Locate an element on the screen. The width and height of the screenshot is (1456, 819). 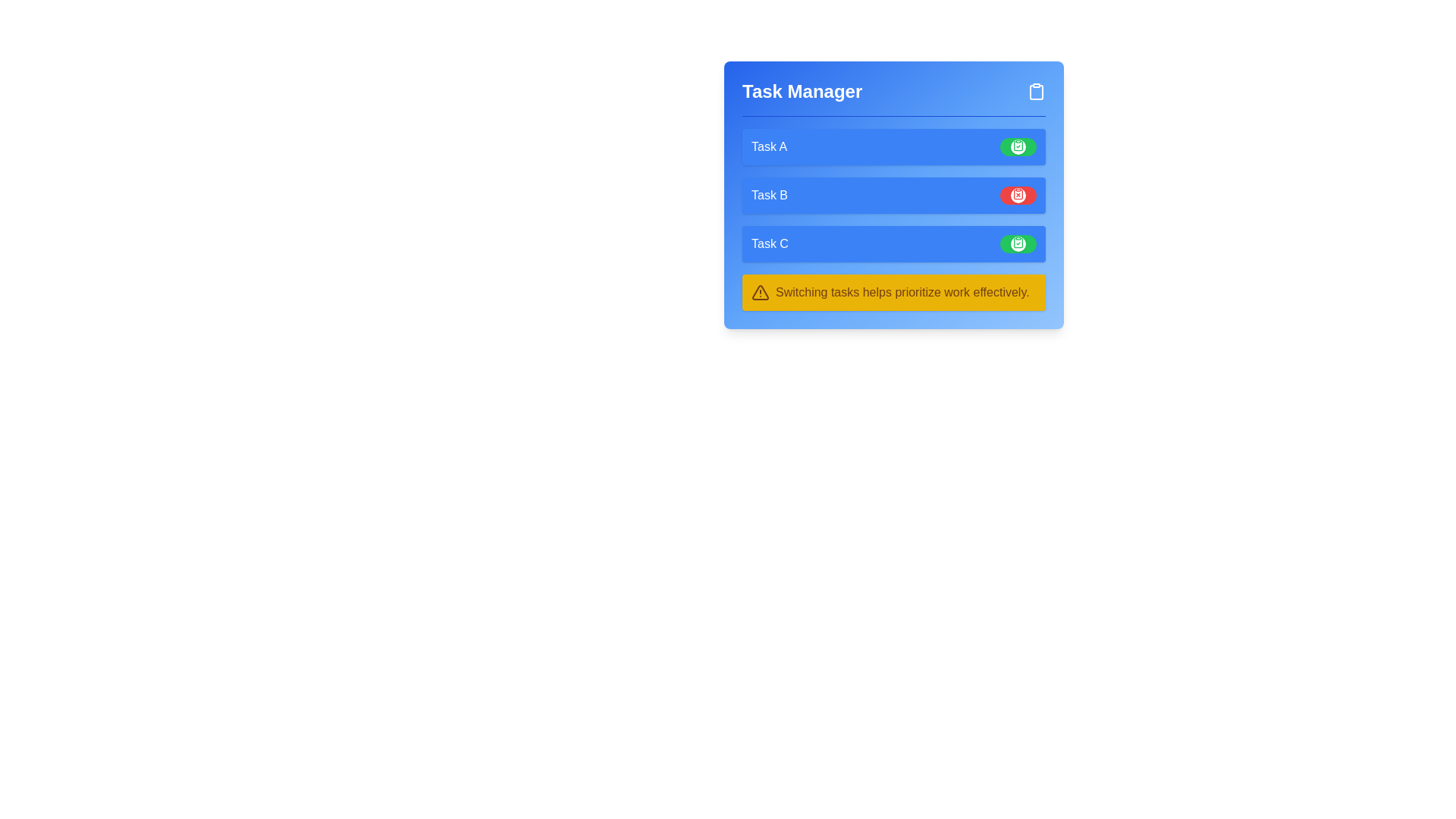
task management interface which contains multiple task items and an alert message, located below the 'Task Manager' title bar is located at coordinates (894, 219).